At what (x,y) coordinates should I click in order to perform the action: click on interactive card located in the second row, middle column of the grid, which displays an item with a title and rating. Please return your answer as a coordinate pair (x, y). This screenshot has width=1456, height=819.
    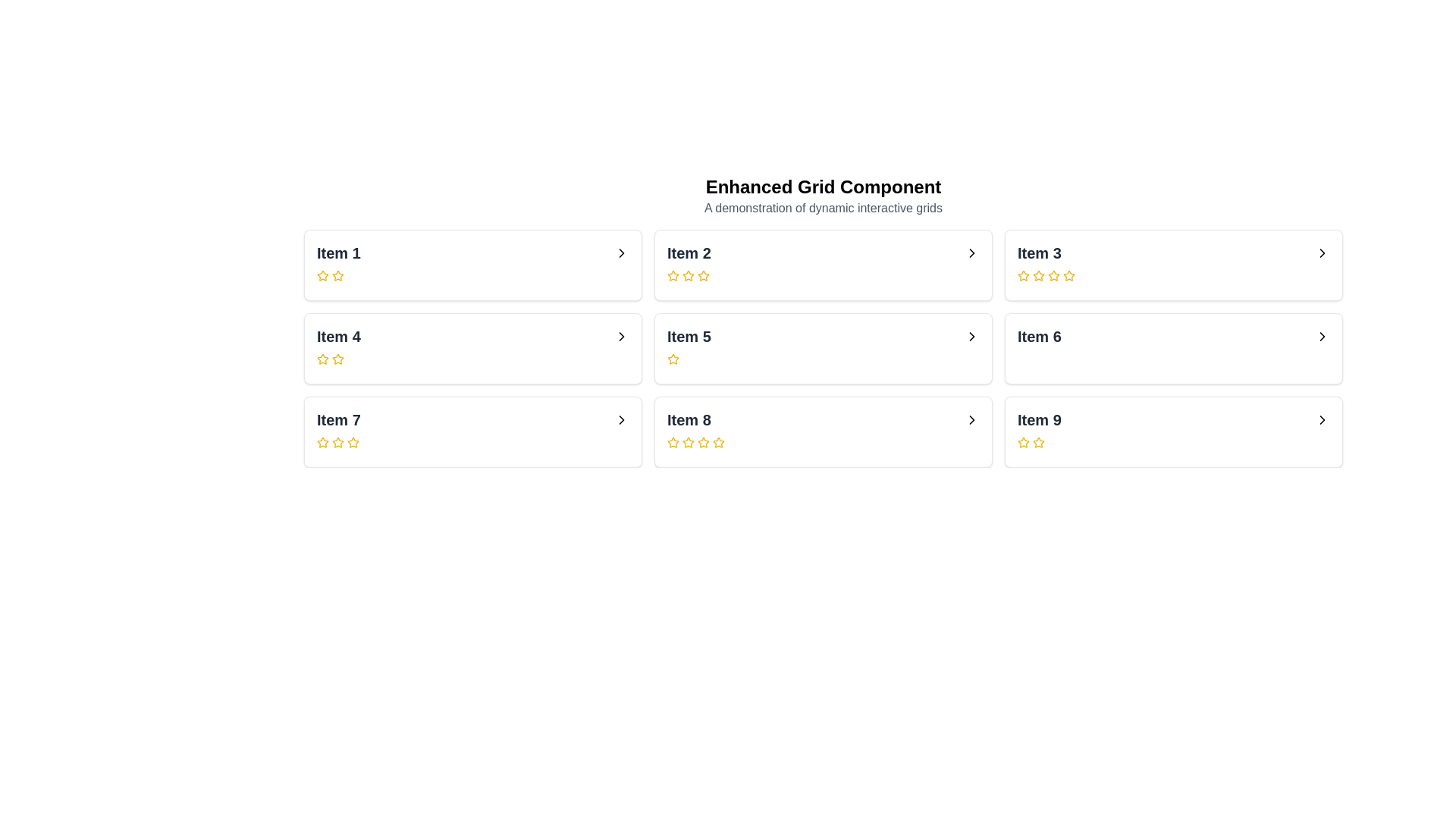
    Looking at the image, I should click on (822, 348).